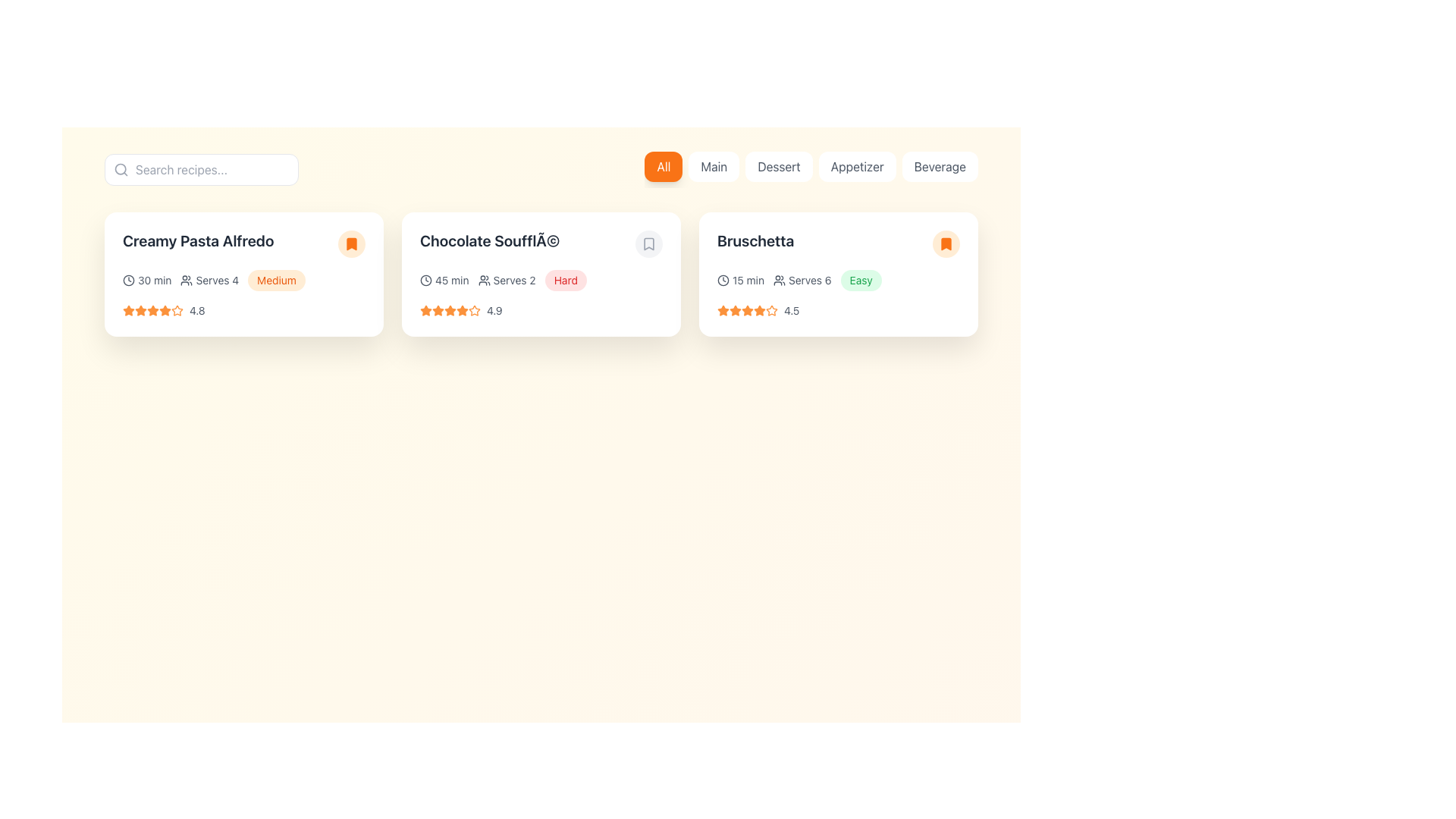 This screenshot has height=819, width=1456. What do you see at coordinates (648, 243) in the screenshot?
I see `the circular button containing the bookmark icon located at the top-right corner of the 'Chocolate Soufflé' content card` at bounding box center [648, 243].